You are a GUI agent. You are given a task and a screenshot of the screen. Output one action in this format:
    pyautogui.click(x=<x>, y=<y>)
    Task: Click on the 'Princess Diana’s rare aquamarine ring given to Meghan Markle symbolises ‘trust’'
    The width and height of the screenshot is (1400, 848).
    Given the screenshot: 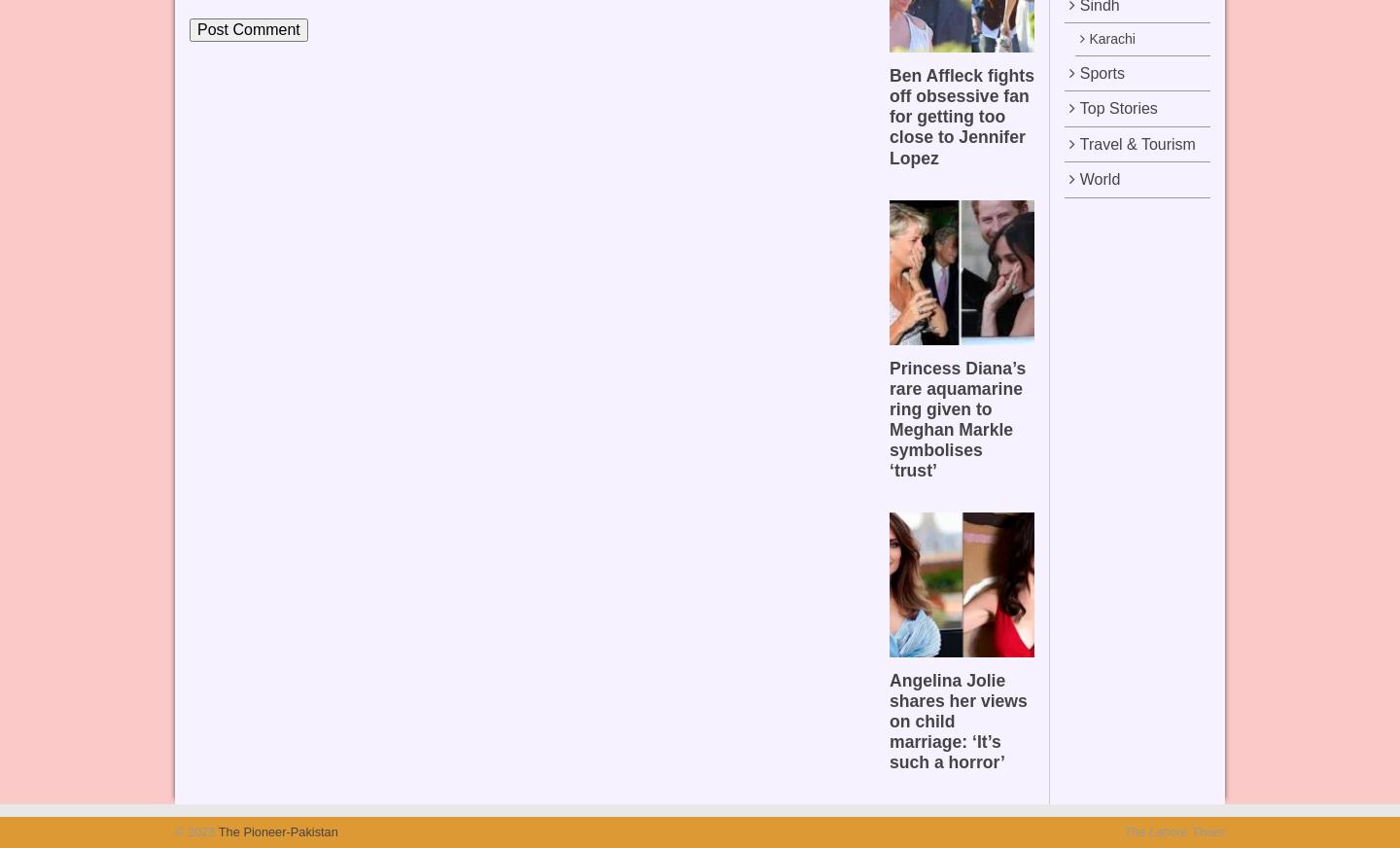 What is the action you would take?
    pyautogui.click(x=889, y=419)
    